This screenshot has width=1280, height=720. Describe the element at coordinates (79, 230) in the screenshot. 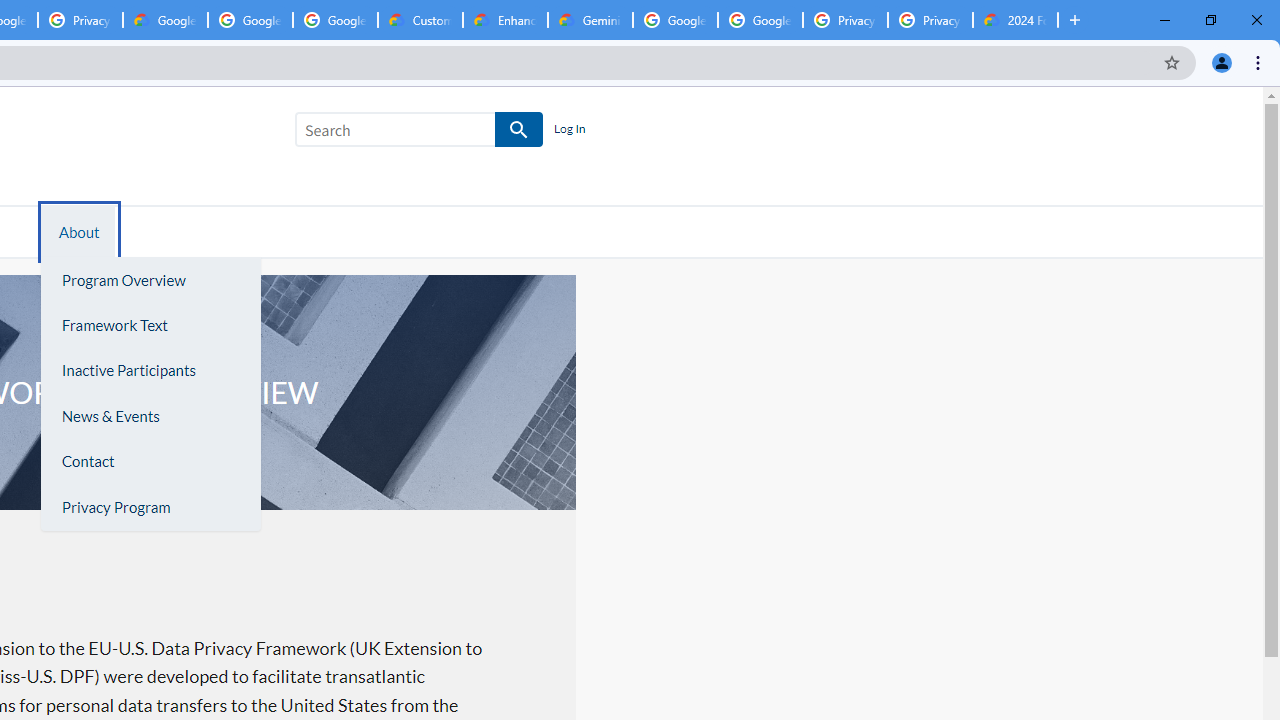

I see `'About'` at that location.